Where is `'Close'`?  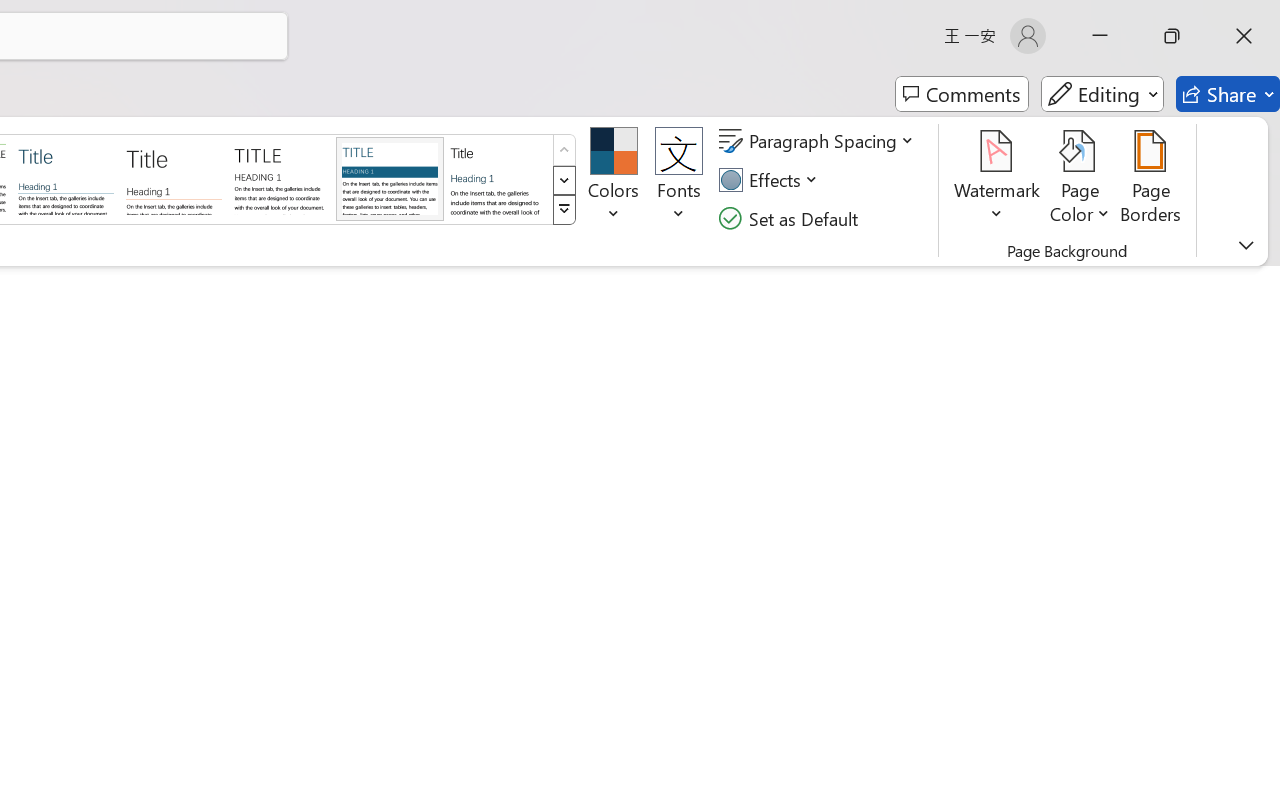
'Close' is located at coordinates (1243, 35).